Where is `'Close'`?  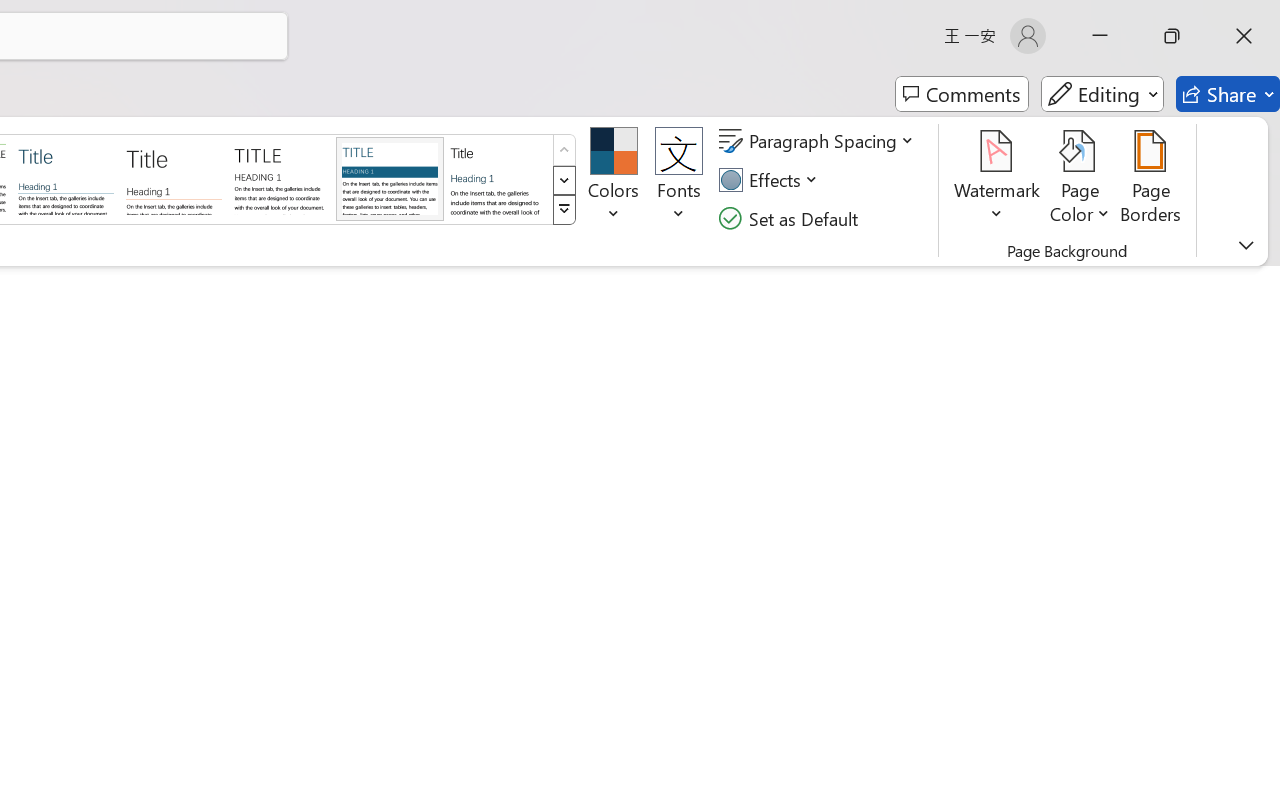
'Close' is located at coordinates (1243, 35).